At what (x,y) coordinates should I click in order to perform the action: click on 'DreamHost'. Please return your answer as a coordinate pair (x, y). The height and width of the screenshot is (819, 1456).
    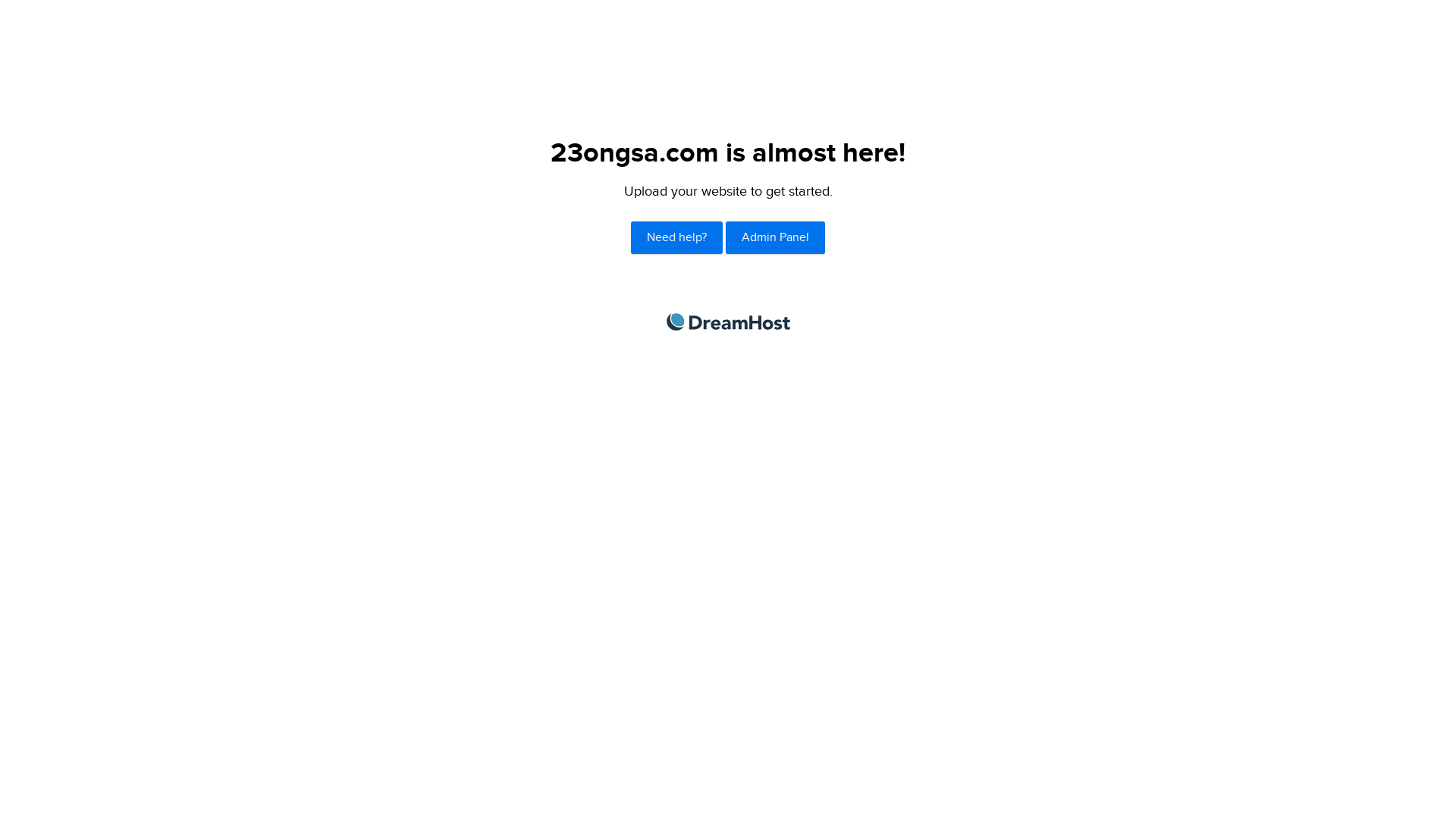
    Looking at the image, I should click on (726, 320).